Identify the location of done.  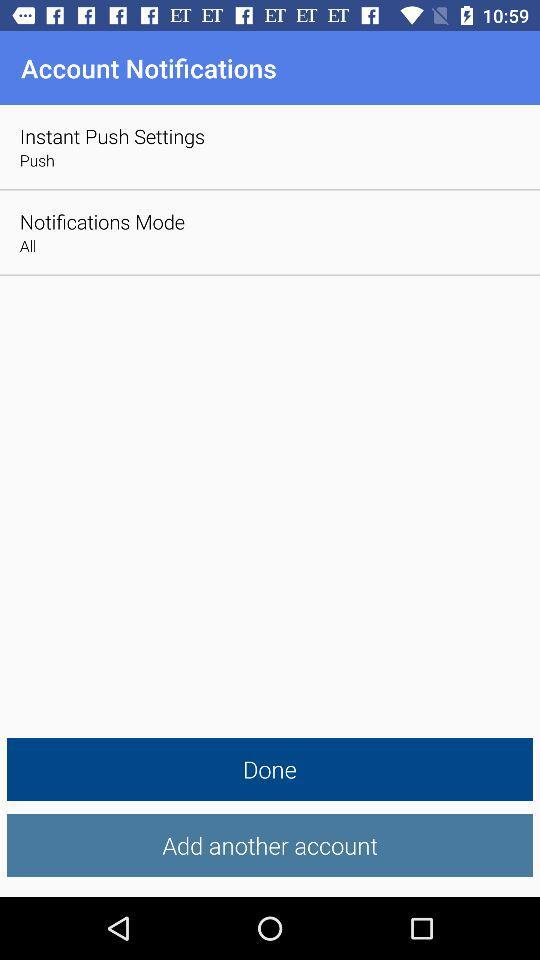
(270, 768).